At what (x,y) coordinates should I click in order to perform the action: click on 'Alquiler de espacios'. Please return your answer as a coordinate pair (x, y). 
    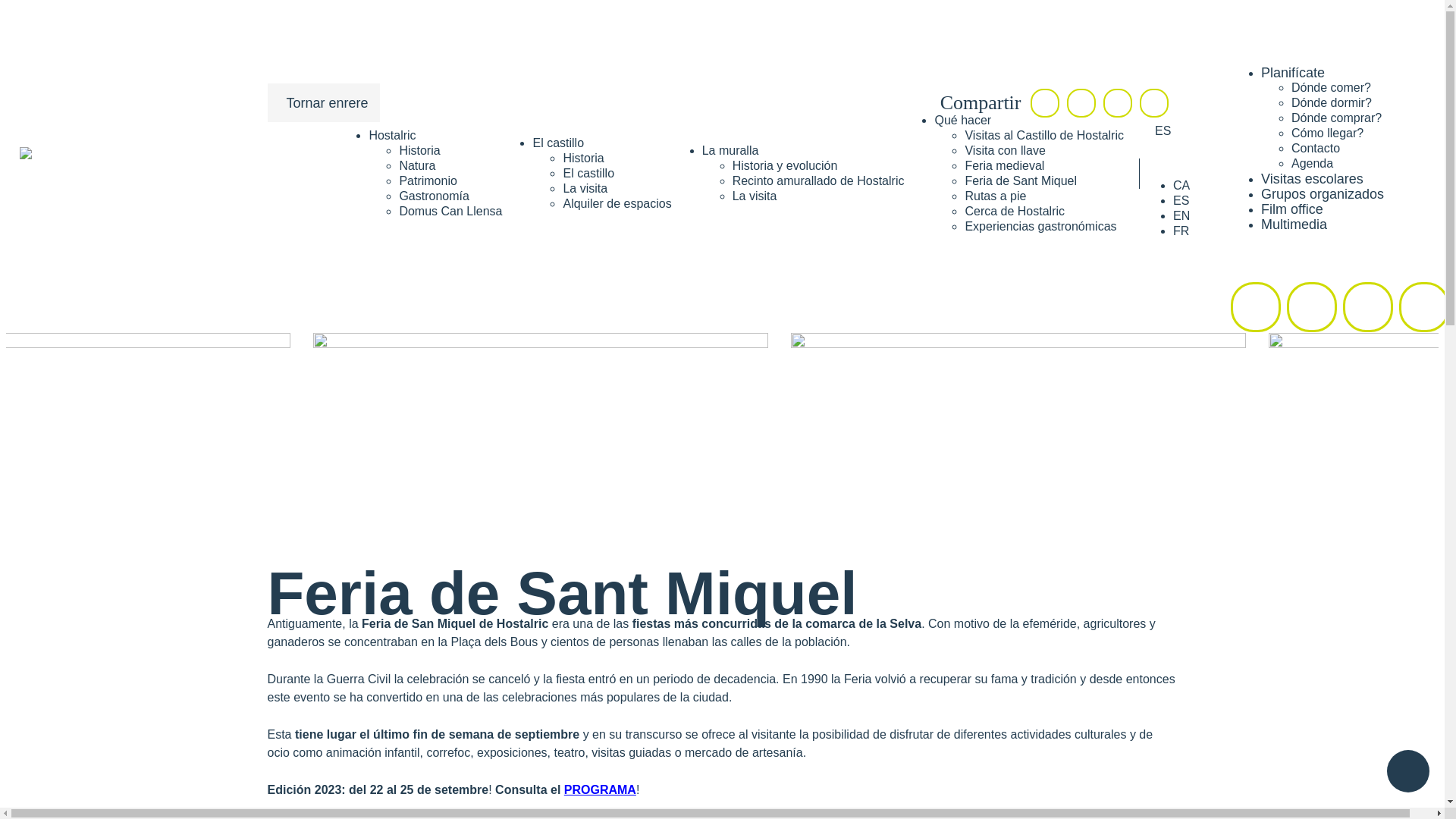
    Looking at the image, I should click on (562, 202).